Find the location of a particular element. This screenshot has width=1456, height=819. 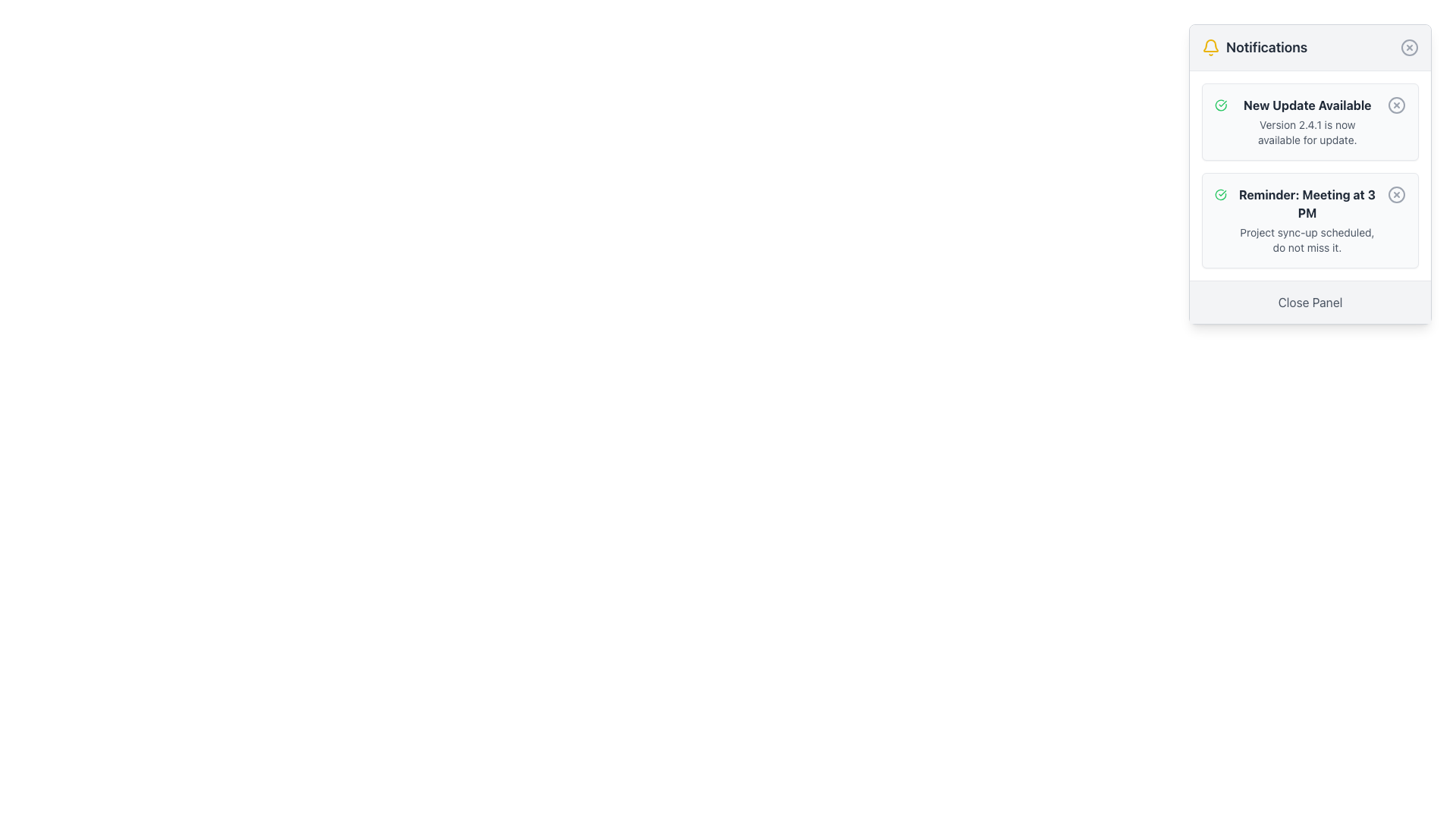

the static text element that serves as the title for the first notification card in the 'Notifications' panel, above the update message 'Version 2.4.1 is now available for update.' is located at coordinates (1307, 104).